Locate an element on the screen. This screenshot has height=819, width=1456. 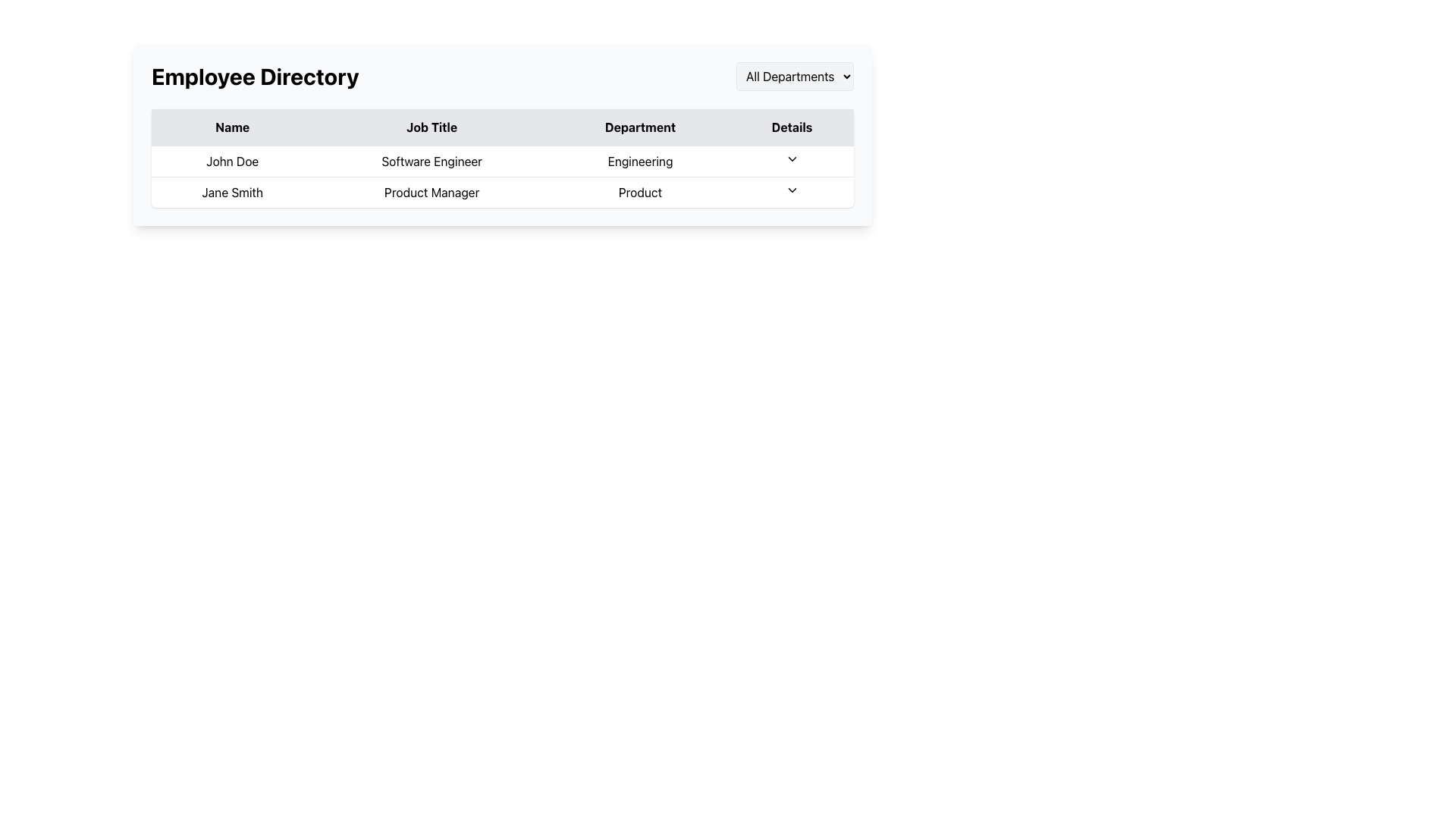
the 'Name' column header in the table, which is the first header displaying the word 'Name' in bold on a light gray background is located at coordinates (231, 127).